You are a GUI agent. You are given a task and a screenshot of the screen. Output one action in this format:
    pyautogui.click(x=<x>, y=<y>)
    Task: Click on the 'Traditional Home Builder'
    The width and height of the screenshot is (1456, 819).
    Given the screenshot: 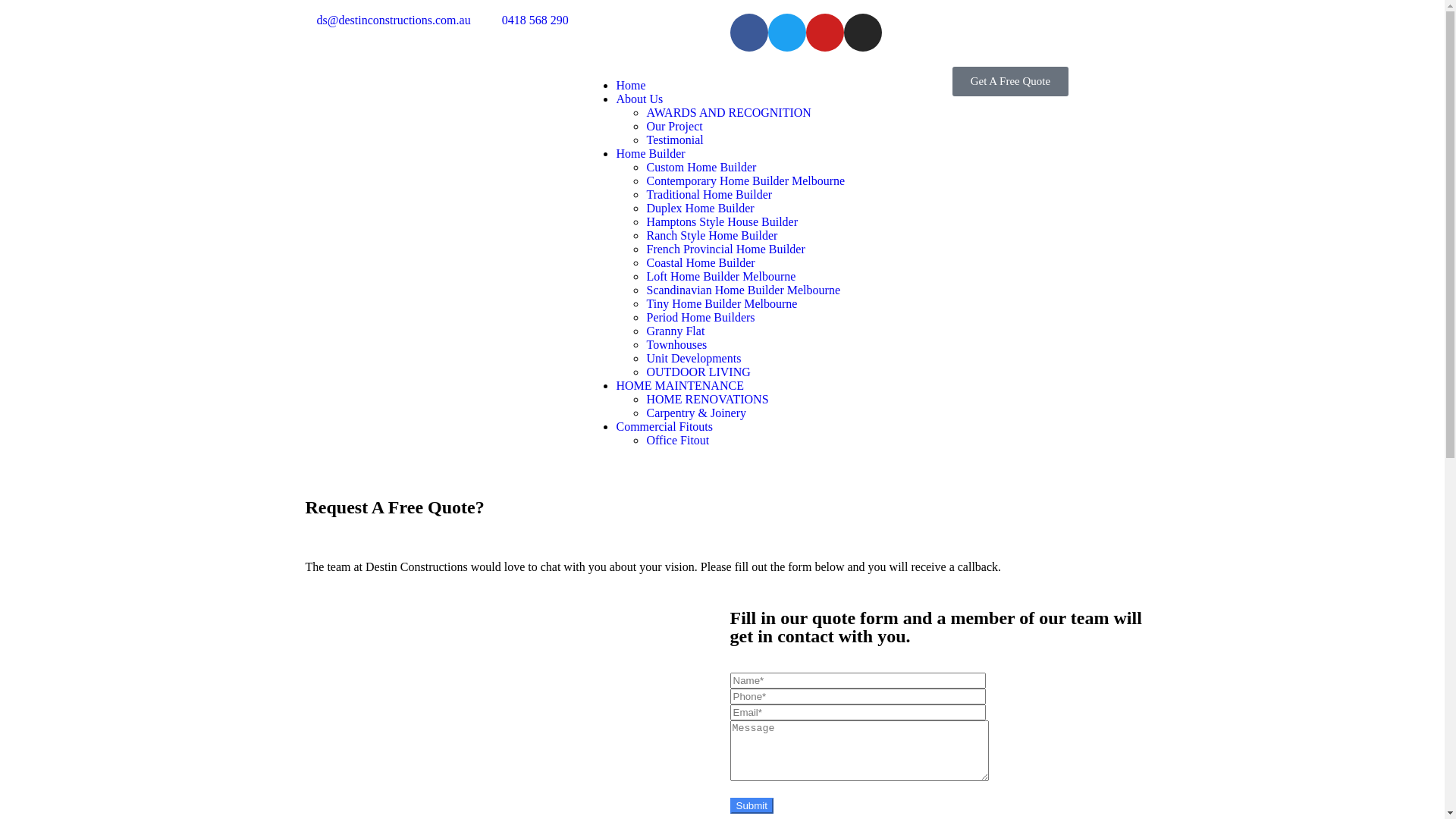 What is the action you would take?
    pyautogui.click(x=708, y=193)
    